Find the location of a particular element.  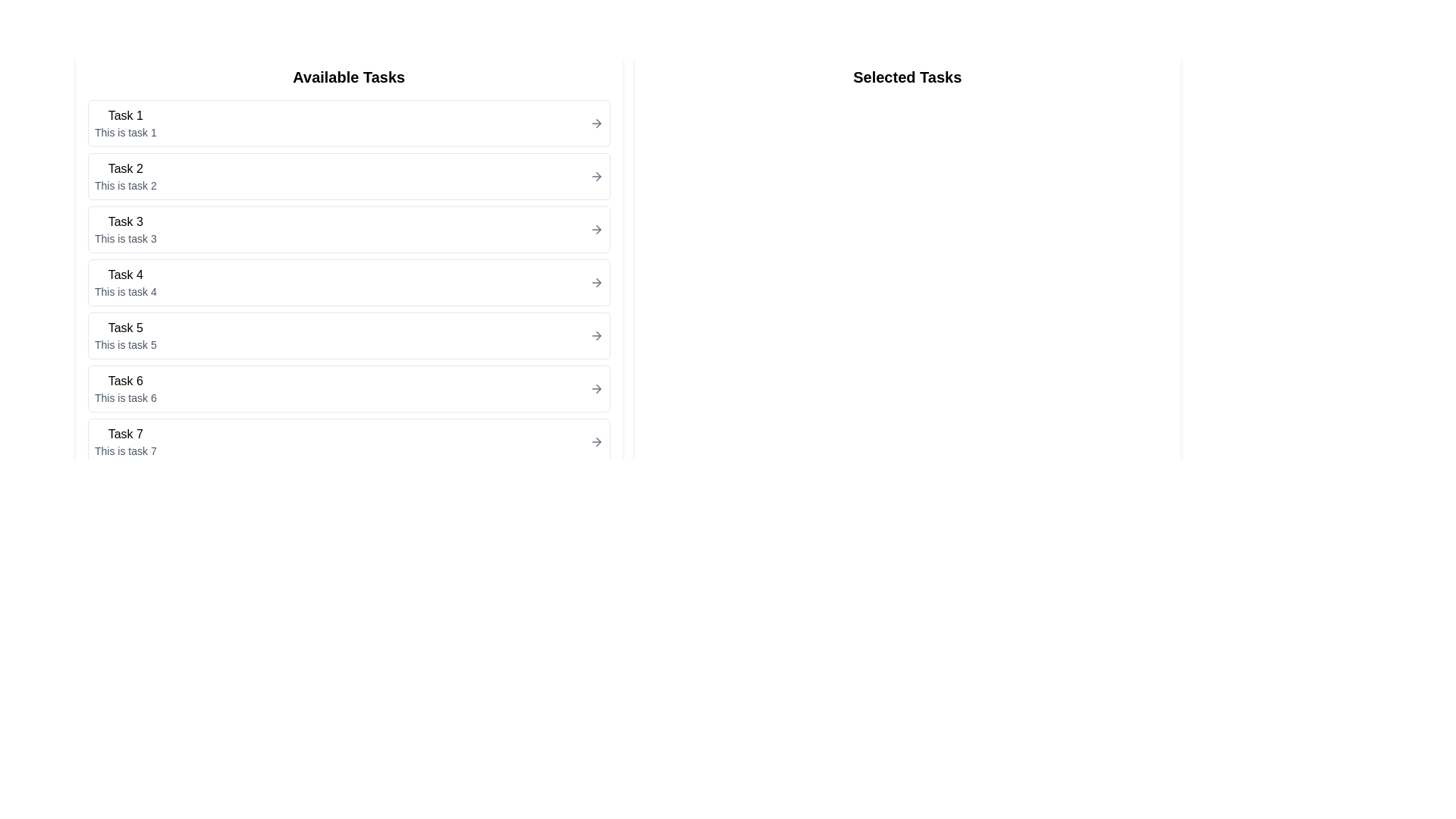

the small right-arrow icon located next to the text 'Task 2' under the 'Available Tasks' column is located at coordinates (595, 175).